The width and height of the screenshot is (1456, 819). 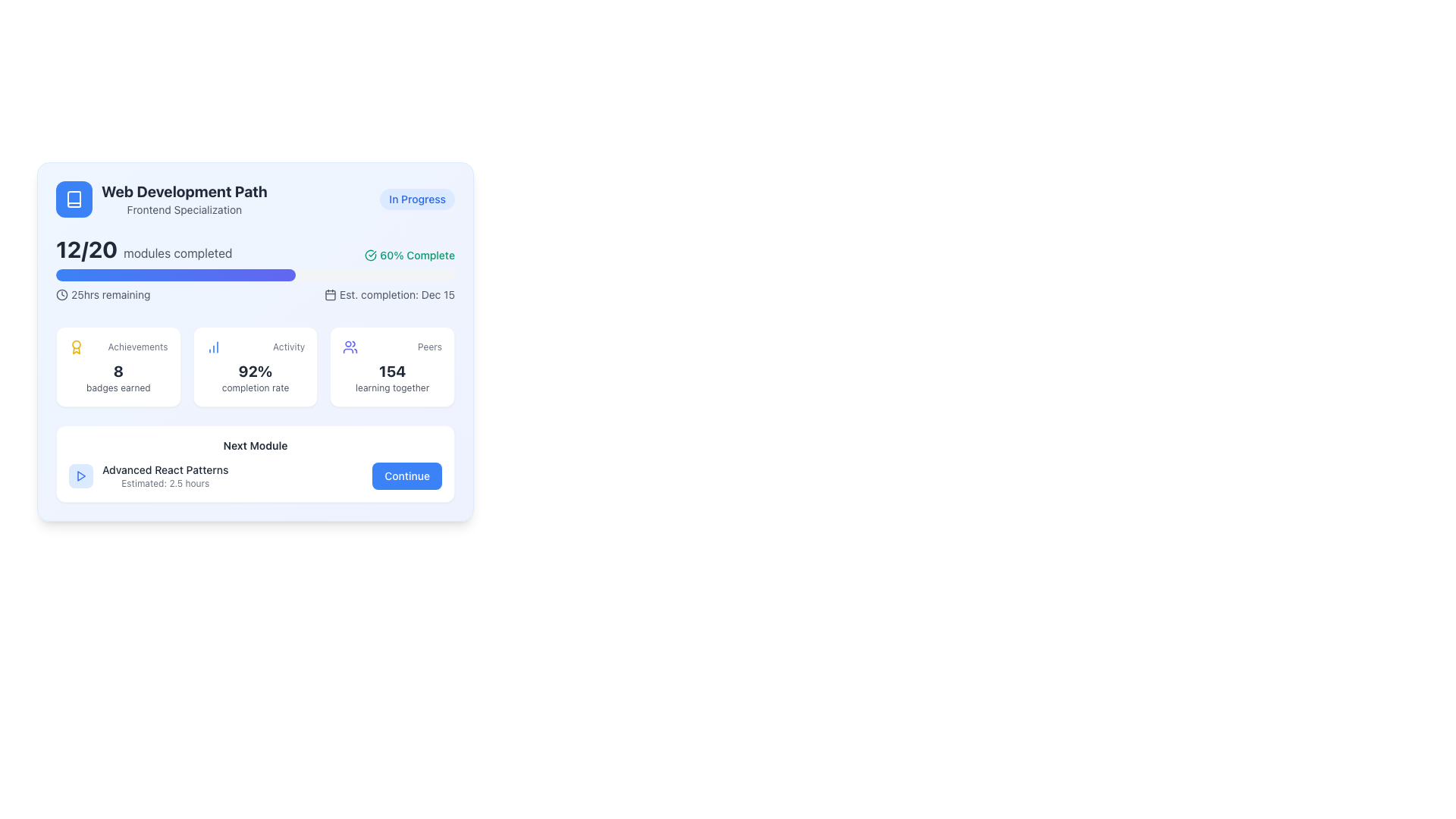 What do you see at coordinates (407, 475) in the screenshot?
I see `the navigation button located at the bottom-right corner of the 'Next Module' section` at bounding box center [407, 475].